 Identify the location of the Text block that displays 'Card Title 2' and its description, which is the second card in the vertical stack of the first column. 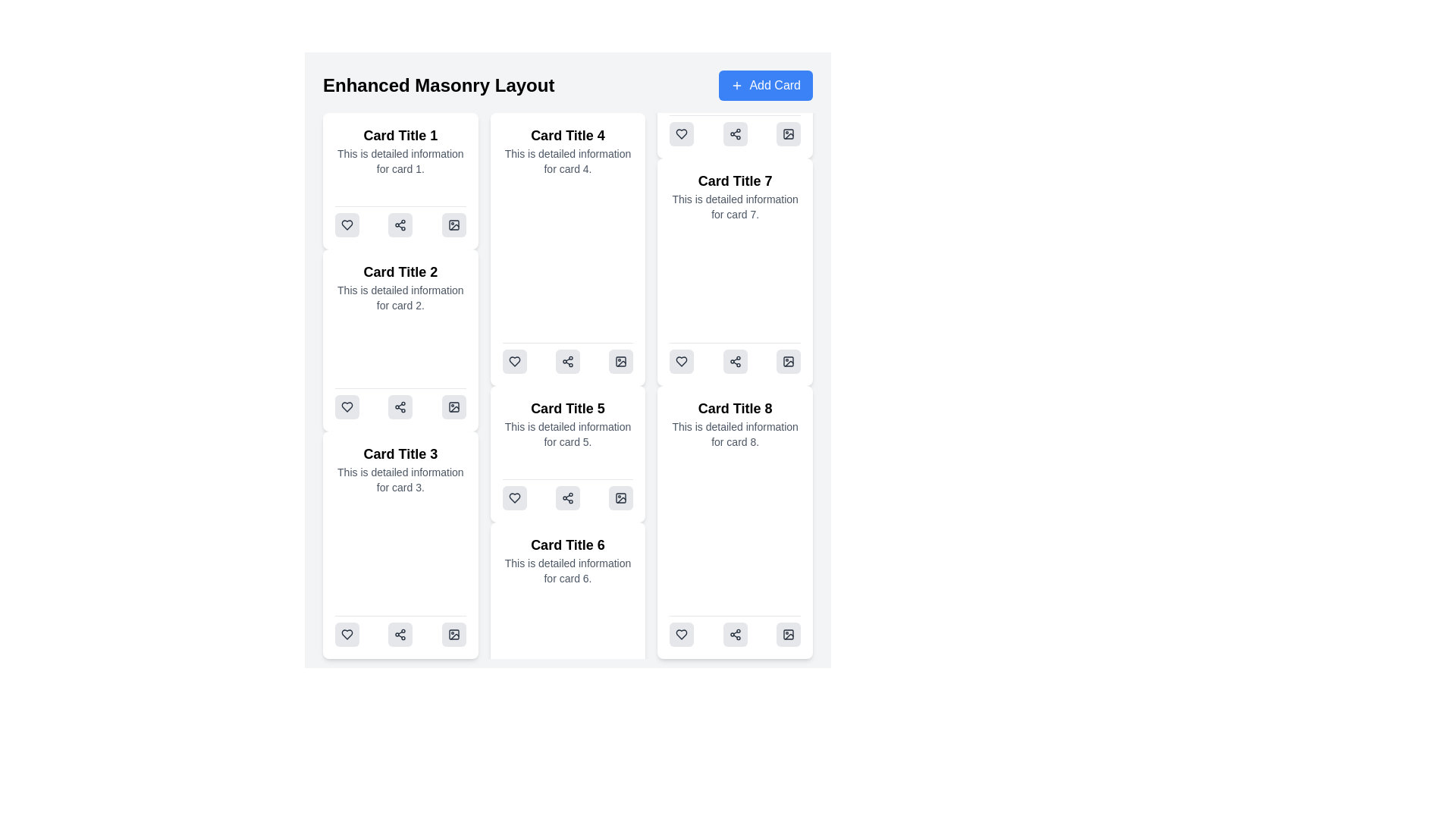
(400, 287).